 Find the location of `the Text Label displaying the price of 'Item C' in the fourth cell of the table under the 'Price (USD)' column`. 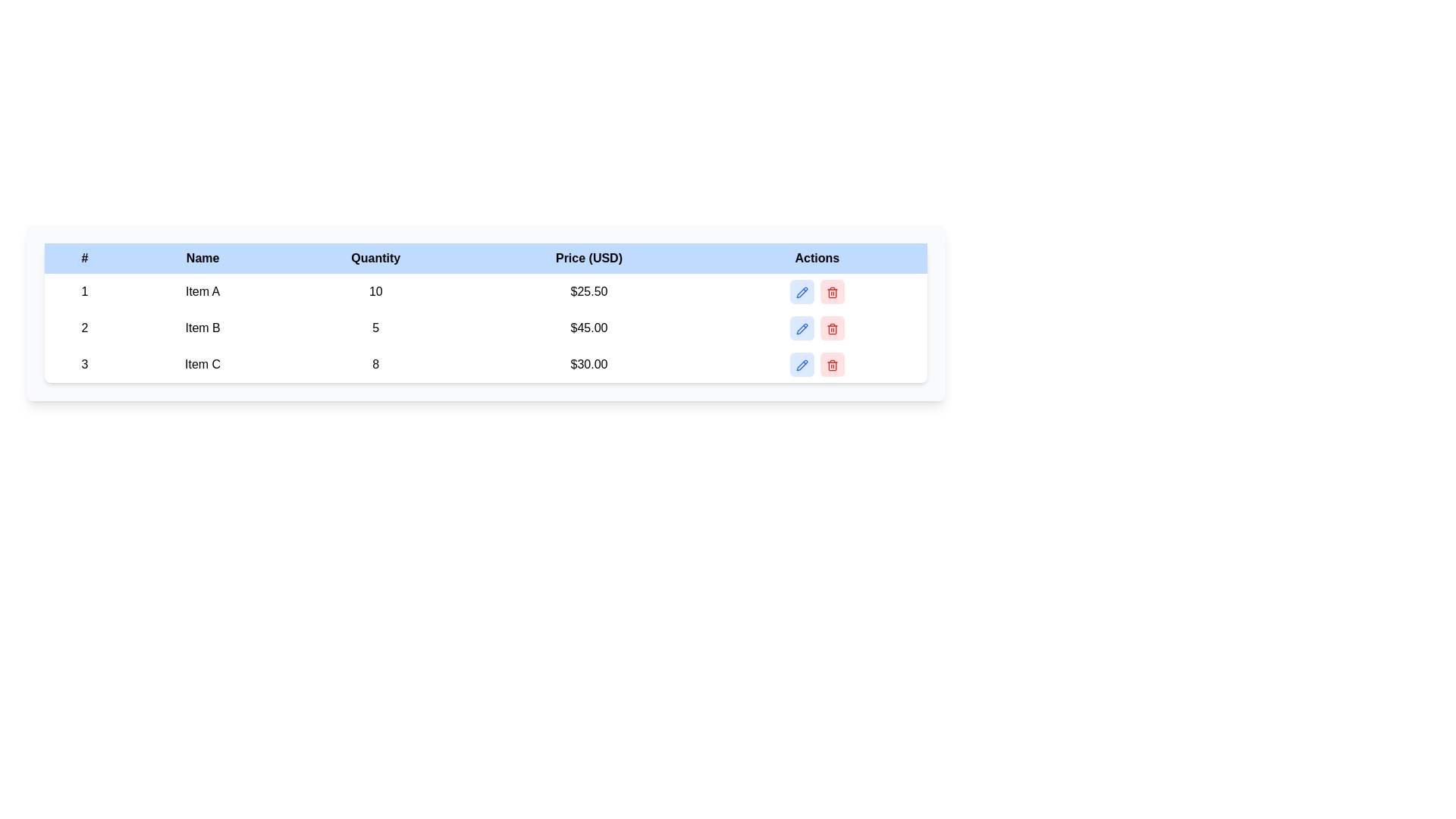

the Text Label displaying the price of 'Item C' in the fourth cell of the table under the 'Price (USD)' column is located at coordinates (588, 365).